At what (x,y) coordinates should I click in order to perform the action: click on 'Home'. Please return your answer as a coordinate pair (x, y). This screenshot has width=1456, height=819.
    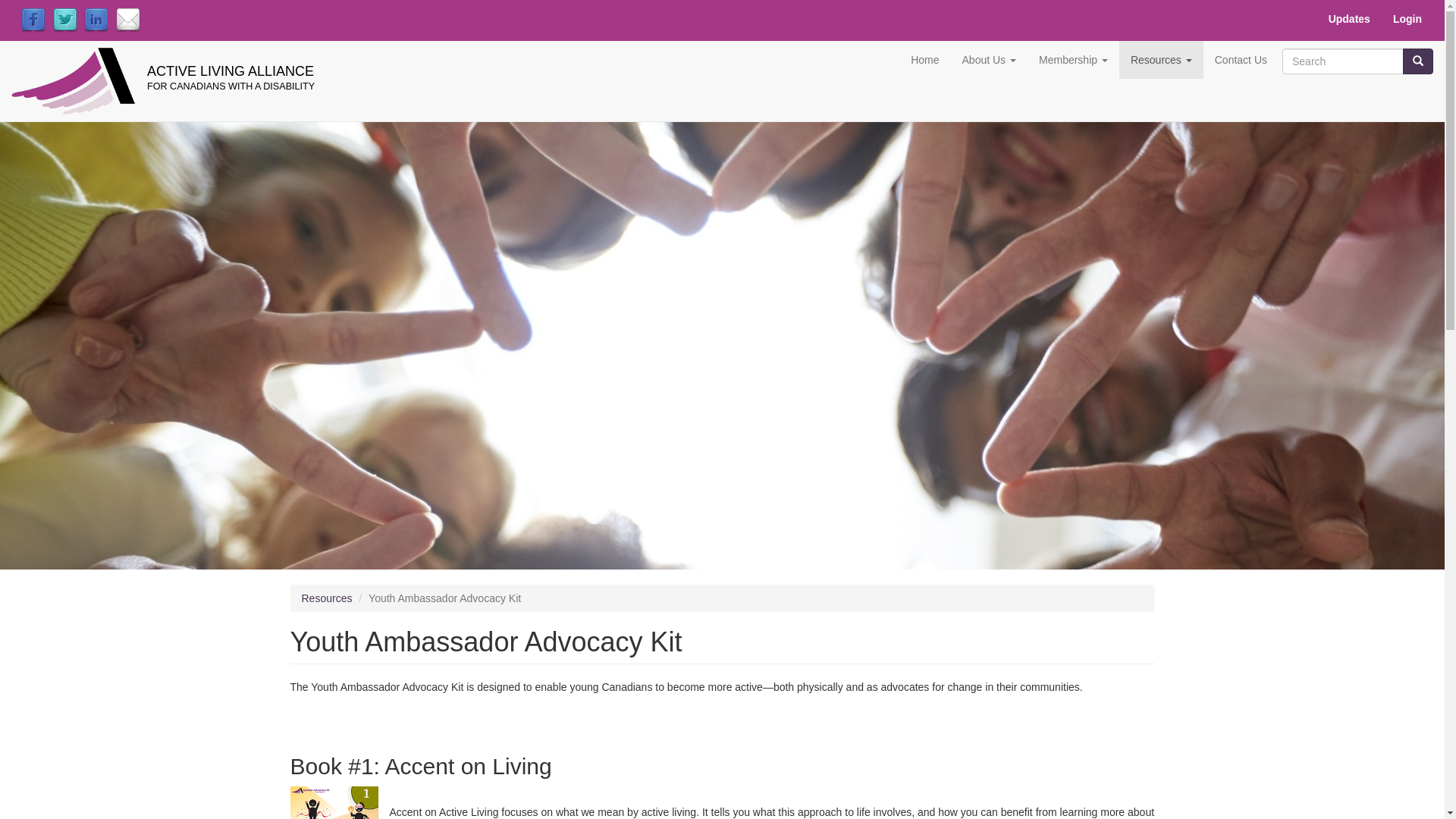
    Looking at the image, I should click on (924, 58).